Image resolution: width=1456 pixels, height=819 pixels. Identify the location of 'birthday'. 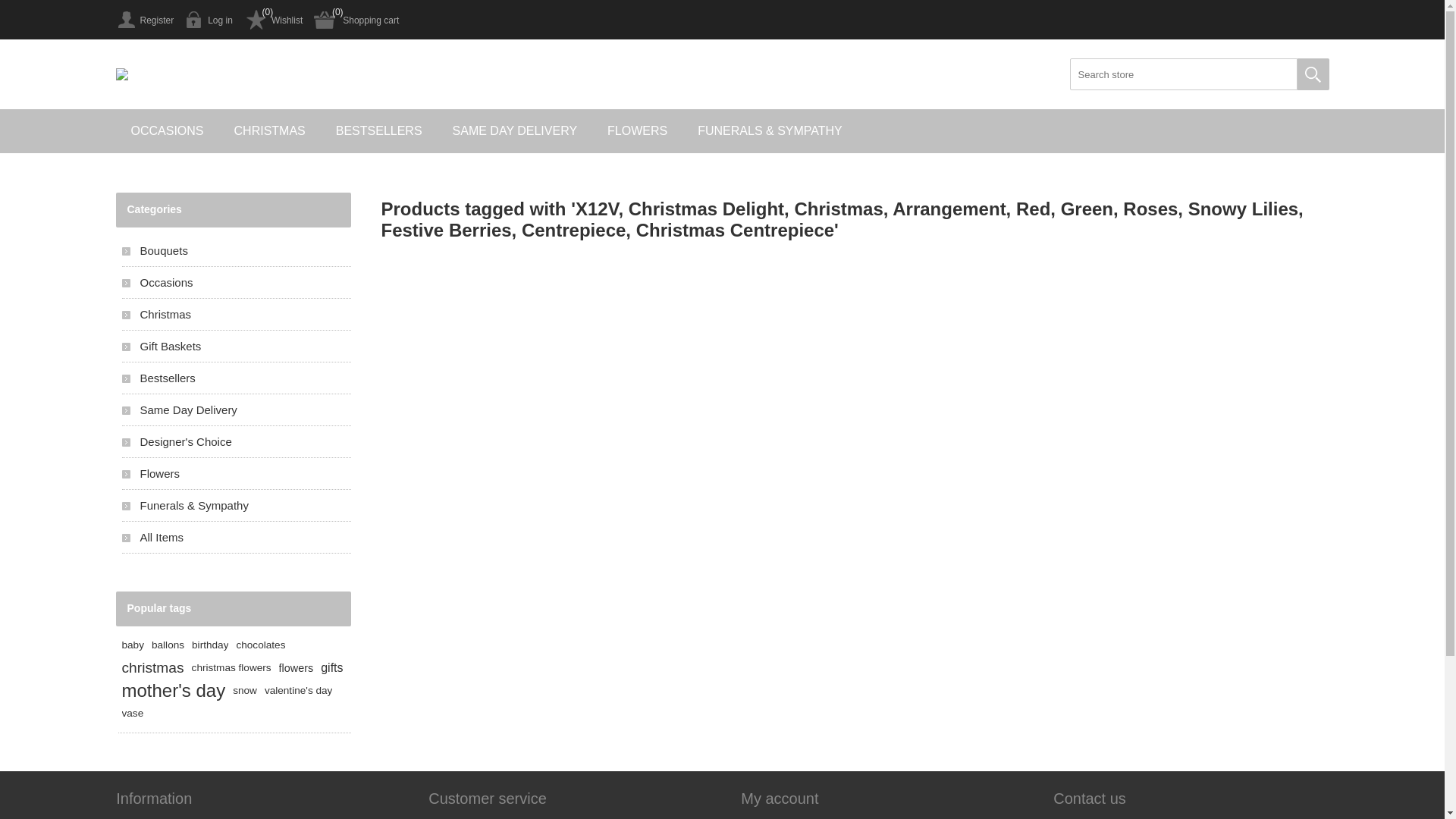
(191, 645).